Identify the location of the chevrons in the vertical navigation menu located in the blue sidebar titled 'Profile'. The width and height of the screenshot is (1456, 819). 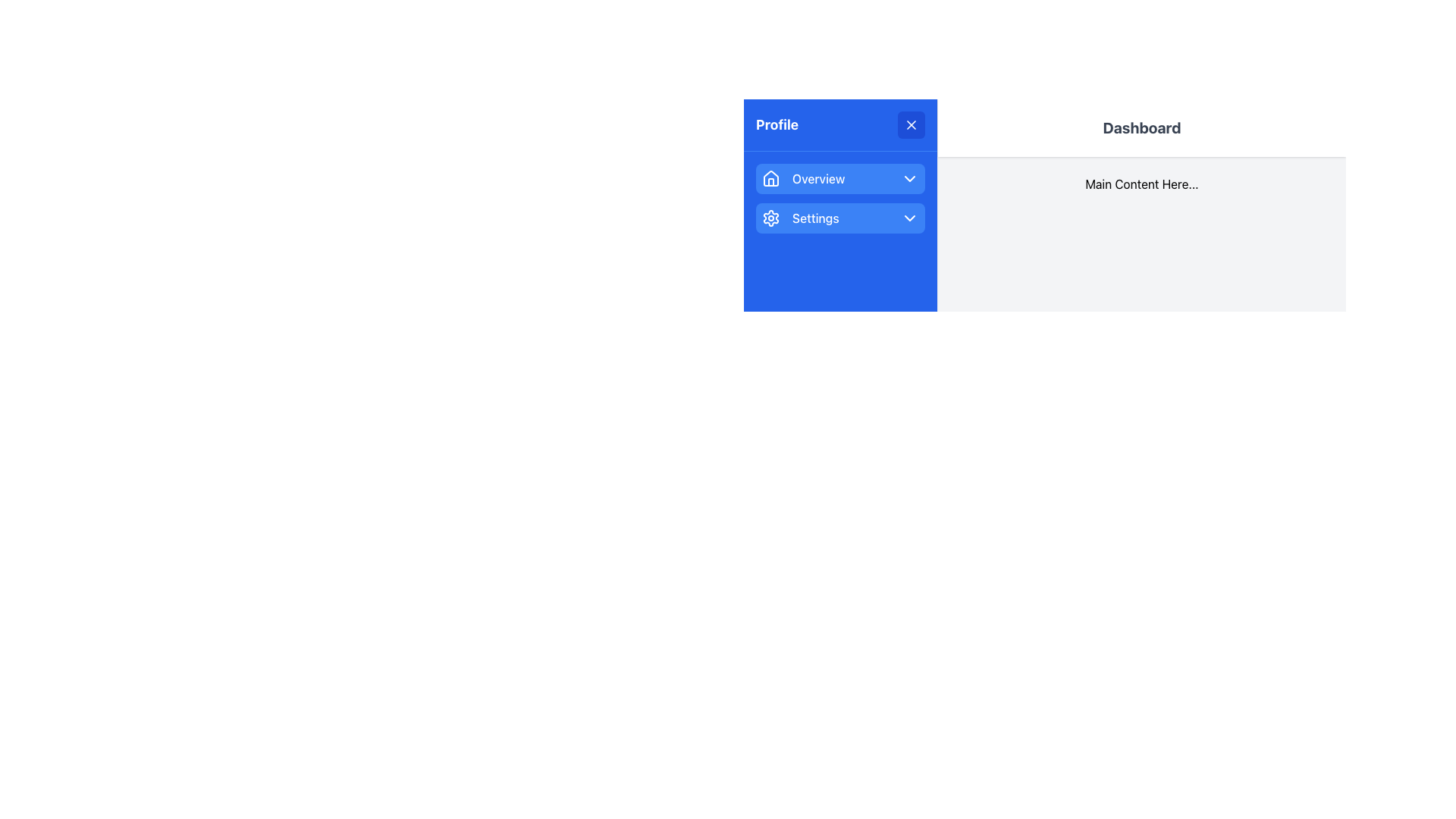
(839, 198).